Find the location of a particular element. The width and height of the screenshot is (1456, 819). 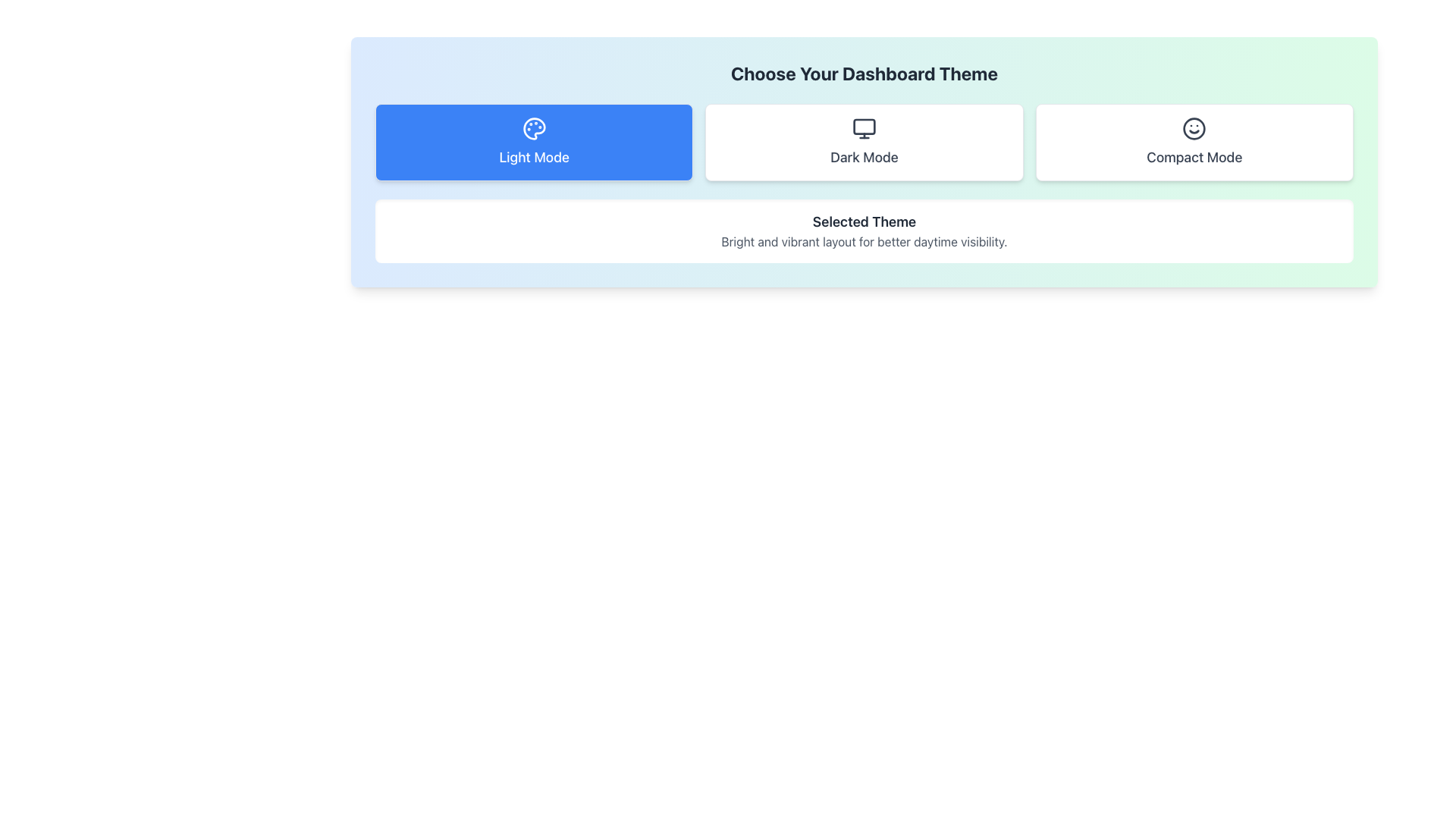

the paint palette icon, which is styled with a stroke-based outline and small circles for paint spots, located at the top center of the blue 'Light Mode' button card is located at coordinates (534, 127).